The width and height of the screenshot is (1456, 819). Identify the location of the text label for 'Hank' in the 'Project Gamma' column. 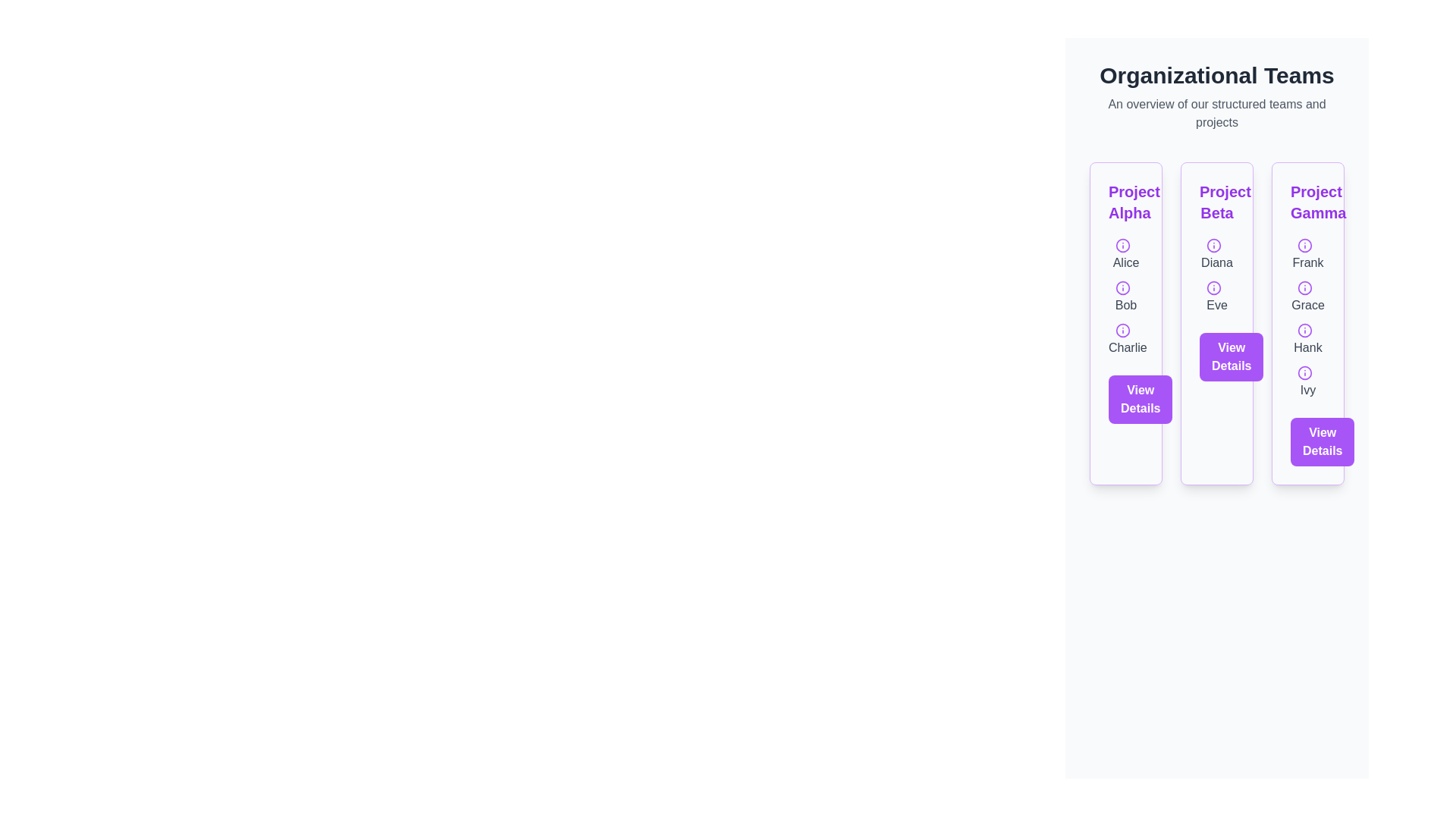
(1307, 338).